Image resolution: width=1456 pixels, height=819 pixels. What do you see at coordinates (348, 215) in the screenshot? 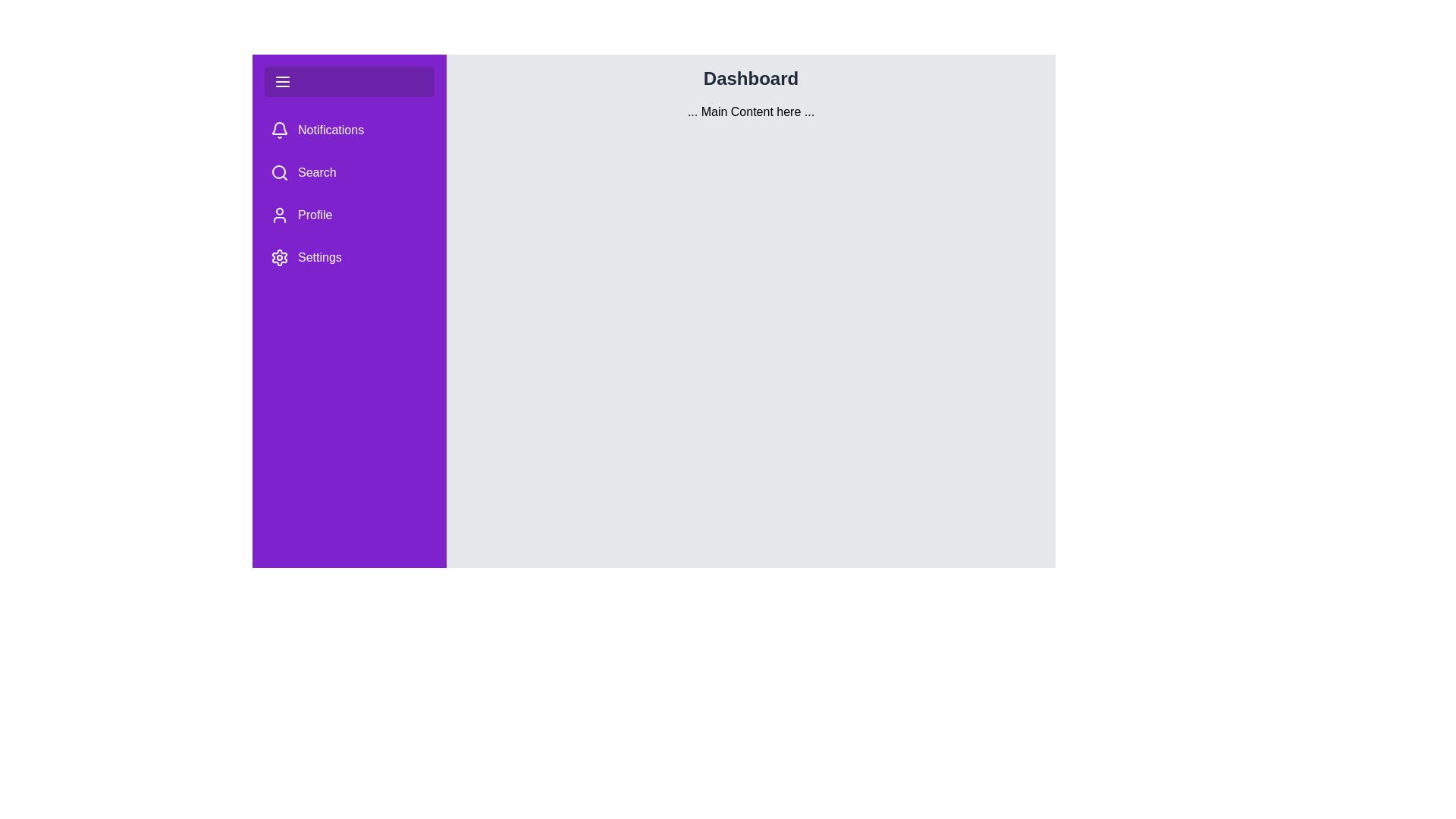
I see `the menu item Profile` at bounding box center [348, 215].